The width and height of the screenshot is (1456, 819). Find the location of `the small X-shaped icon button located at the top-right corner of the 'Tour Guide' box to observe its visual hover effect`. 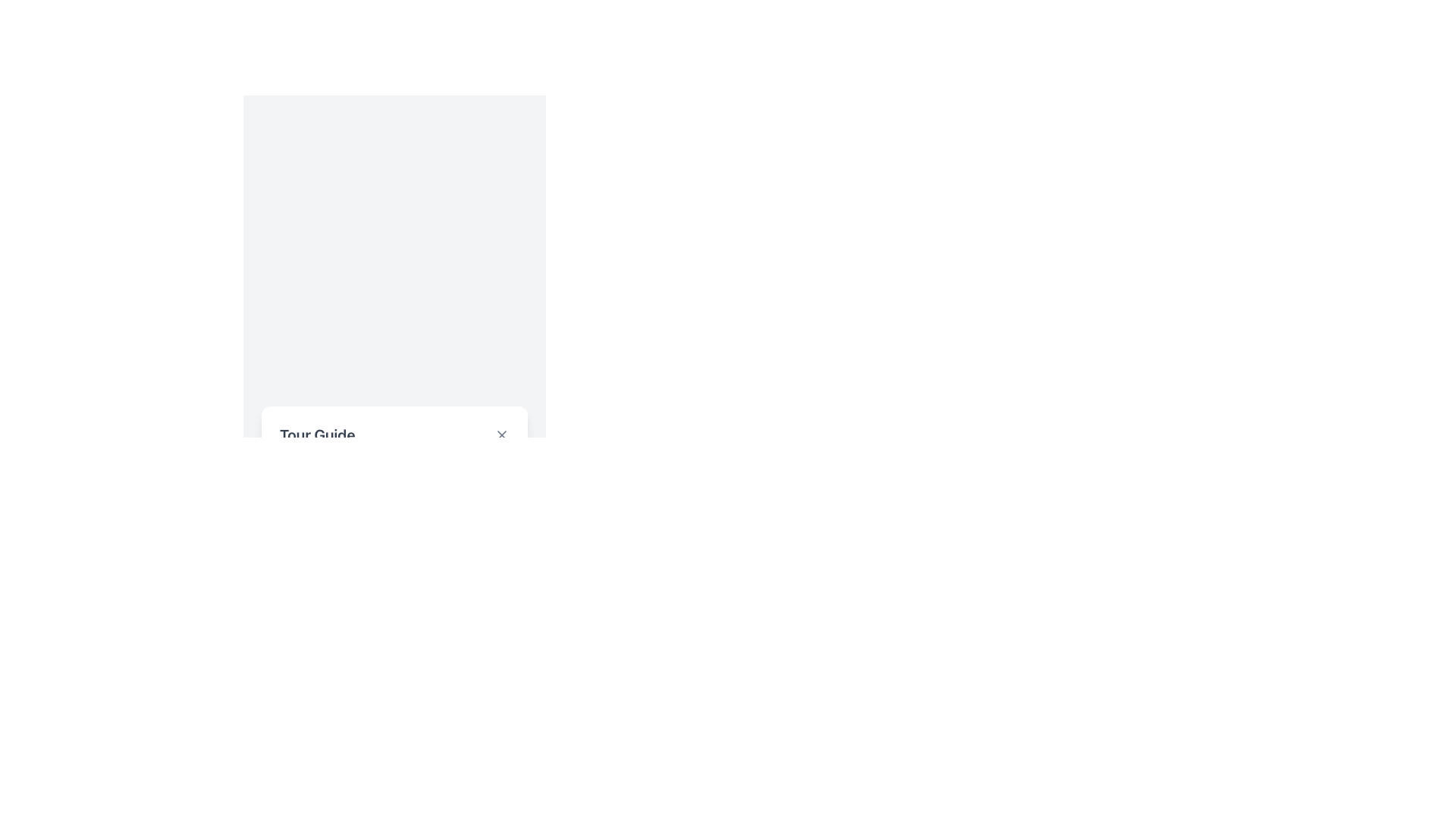

the small X-shaped icon button located at the top-right corner of the 'Tour Guide' box to observe its visual hover effect is located at coordinates (502, 435).